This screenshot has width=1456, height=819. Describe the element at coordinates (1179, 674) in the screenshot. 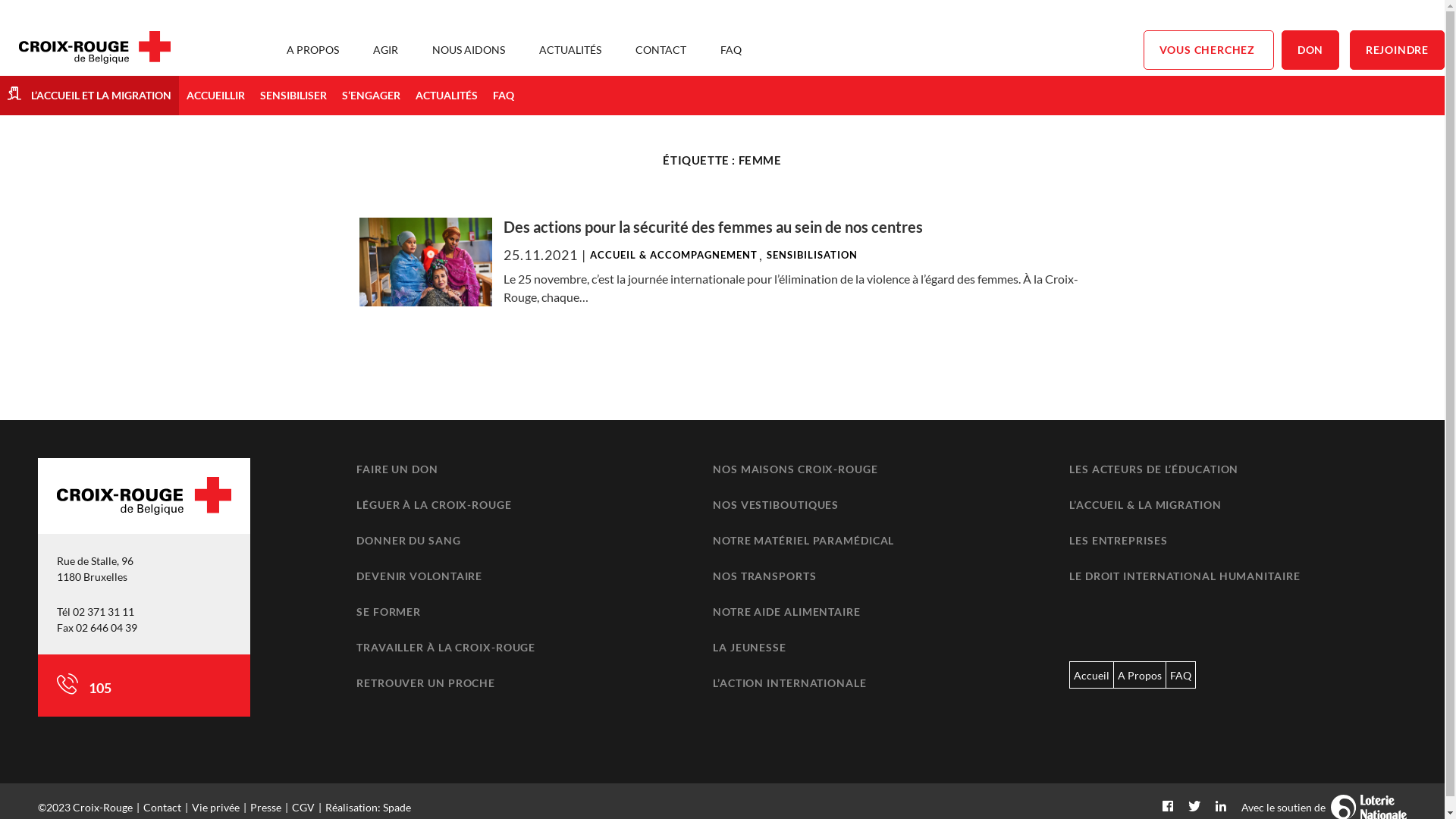

I see `'FAQ'` at that location.